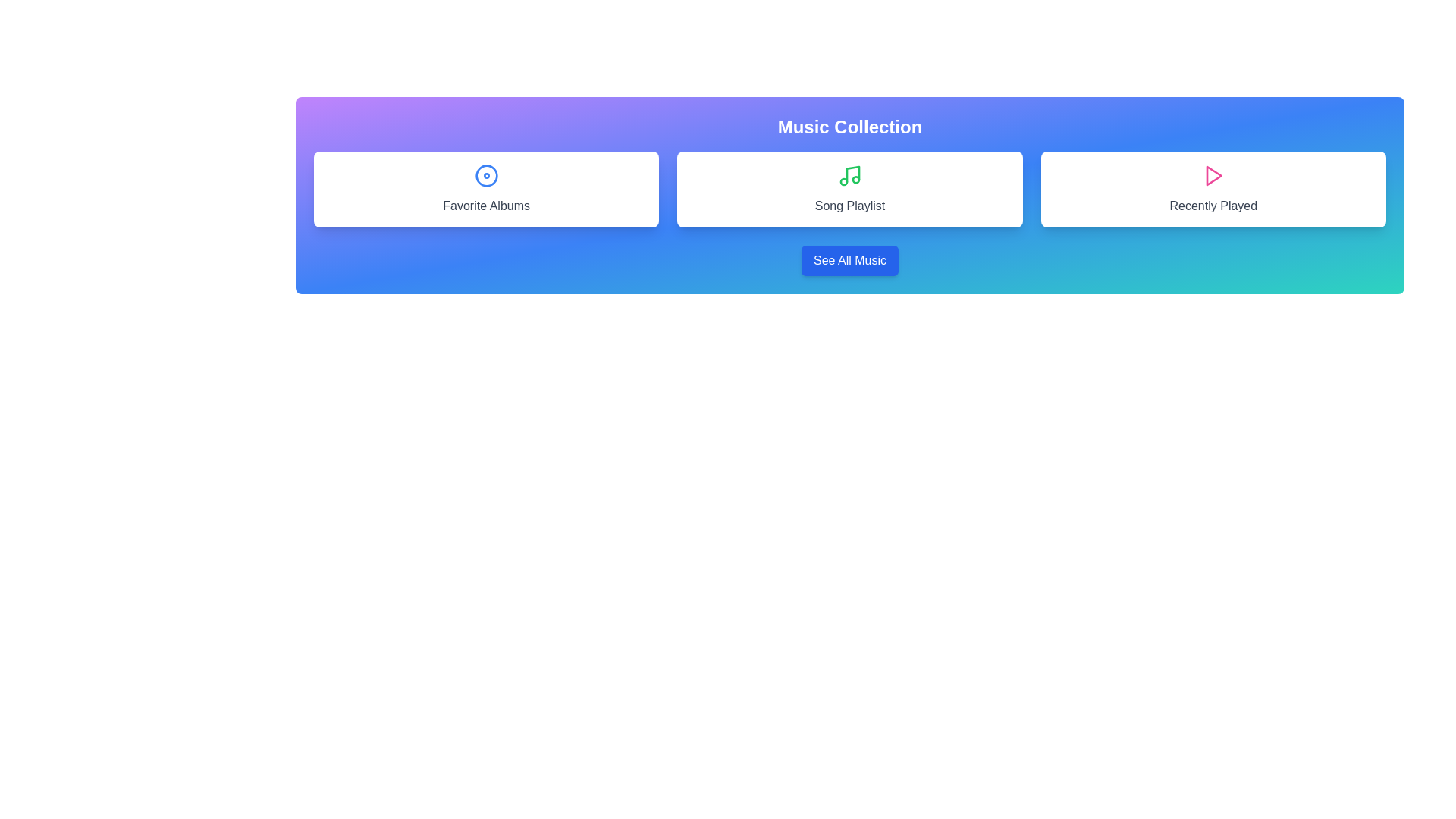  I want to click on the Interactive card for the 'Song Playlist' section, located in the center column of the layout, to trigger additional effects like highlighting, so click(849, 189).